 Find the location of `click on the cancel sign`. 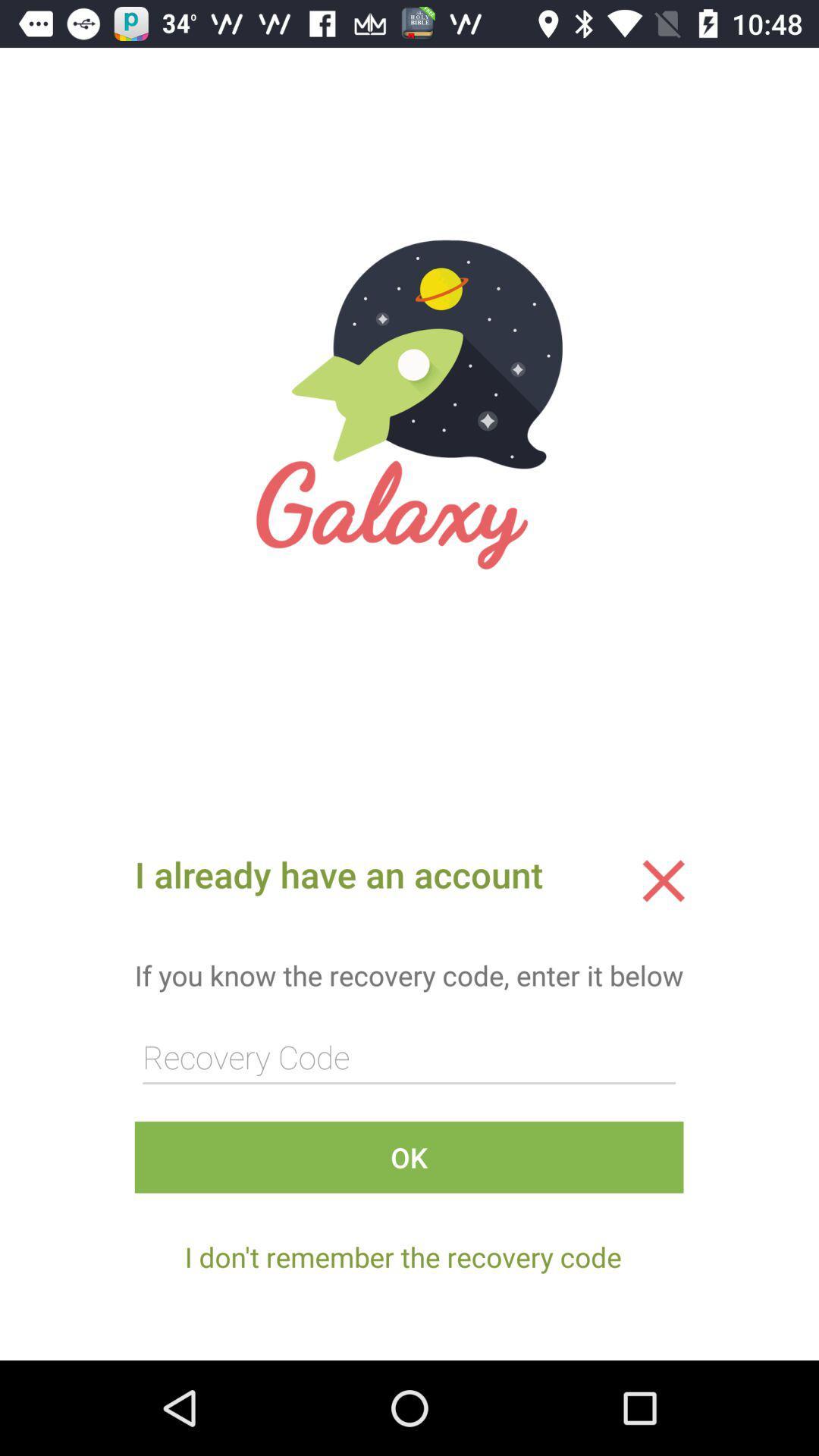

click on the cancel sign is located at coordinates (663, 880).